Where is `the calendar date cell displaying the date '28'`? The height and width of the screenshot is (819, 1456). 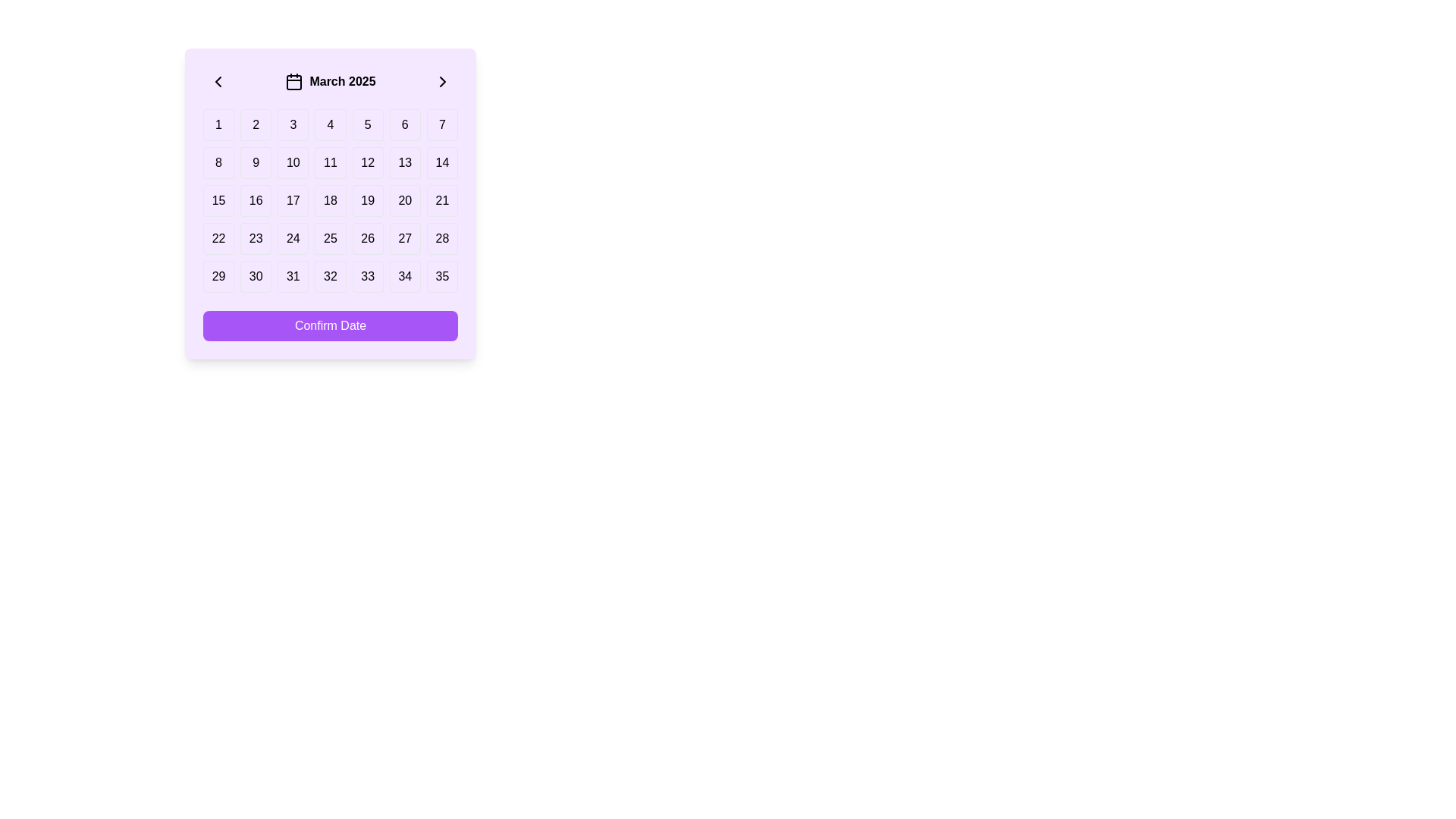 the calendar date cell displaying the date '28' is located at coordinates (441, 239).